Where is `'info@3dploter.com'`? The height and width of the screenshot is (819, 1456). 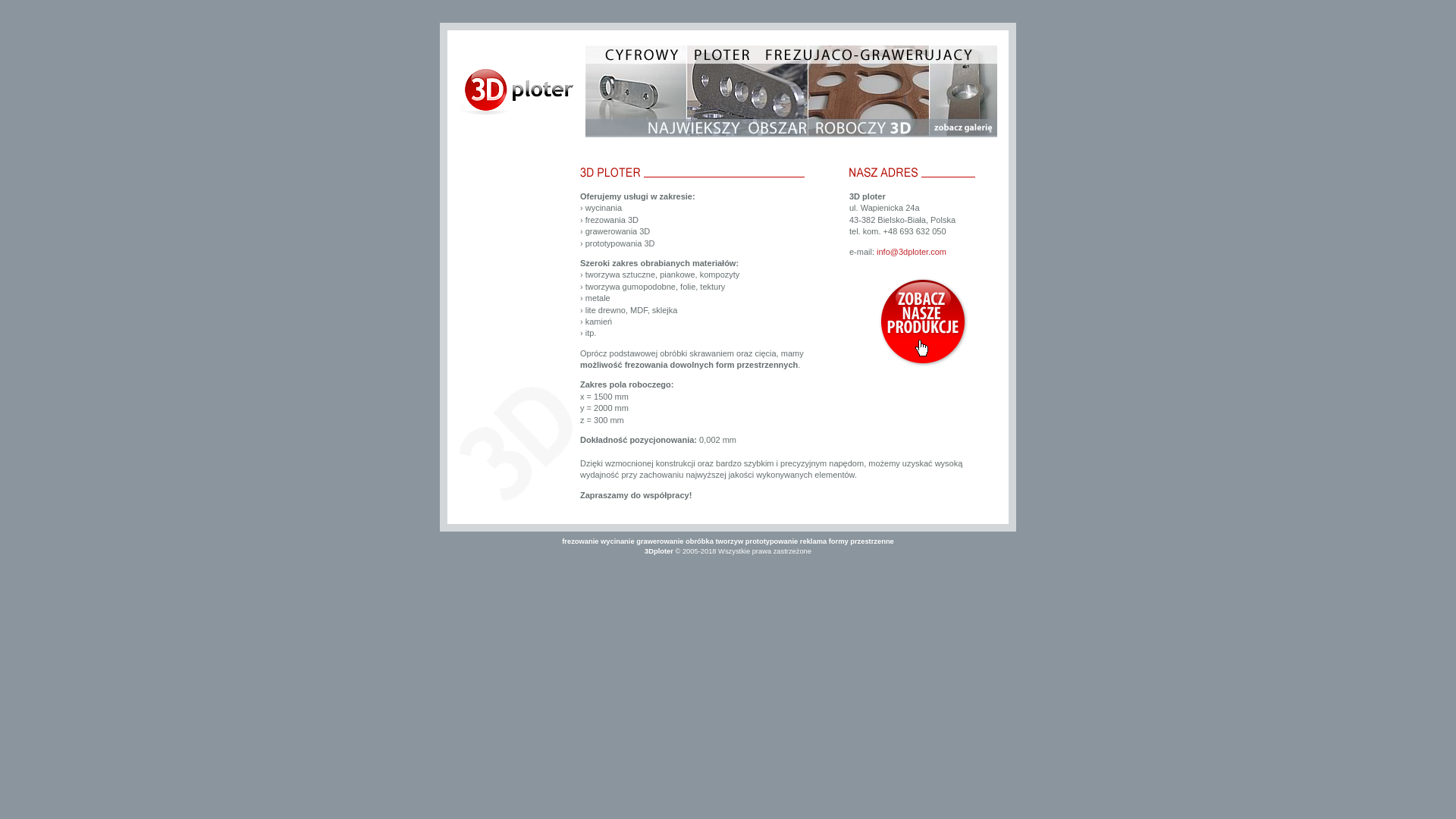 'info@3dploter.com' is located at coordinates (910, 250).